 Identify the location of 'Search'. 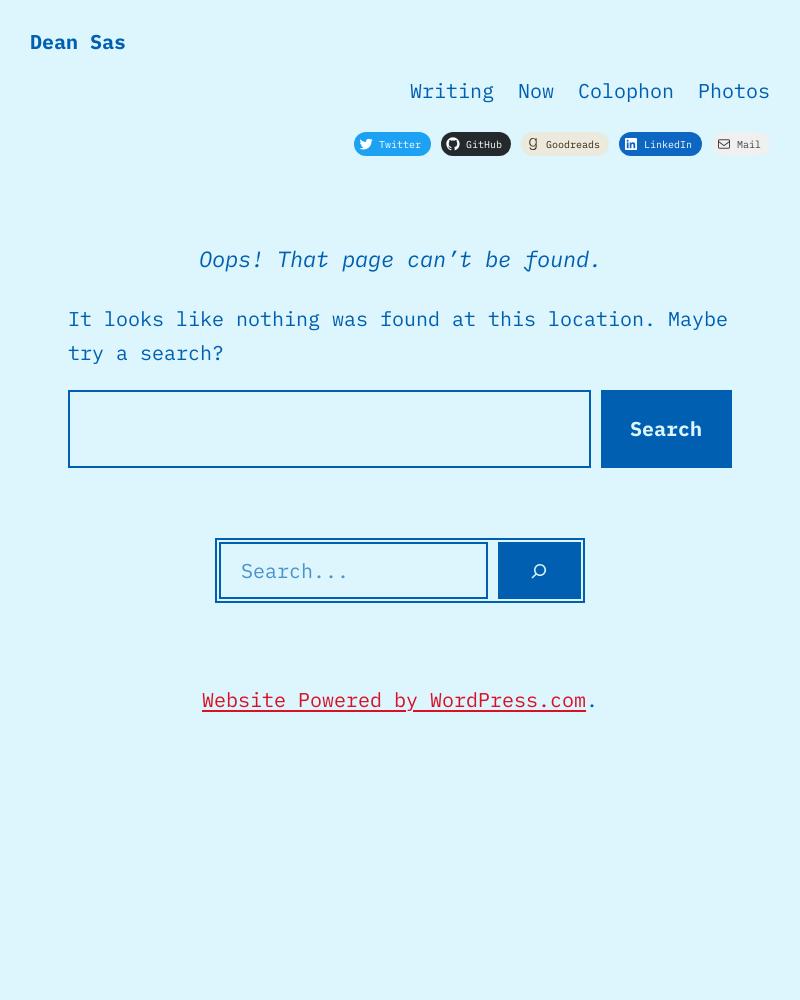
(665, 428).